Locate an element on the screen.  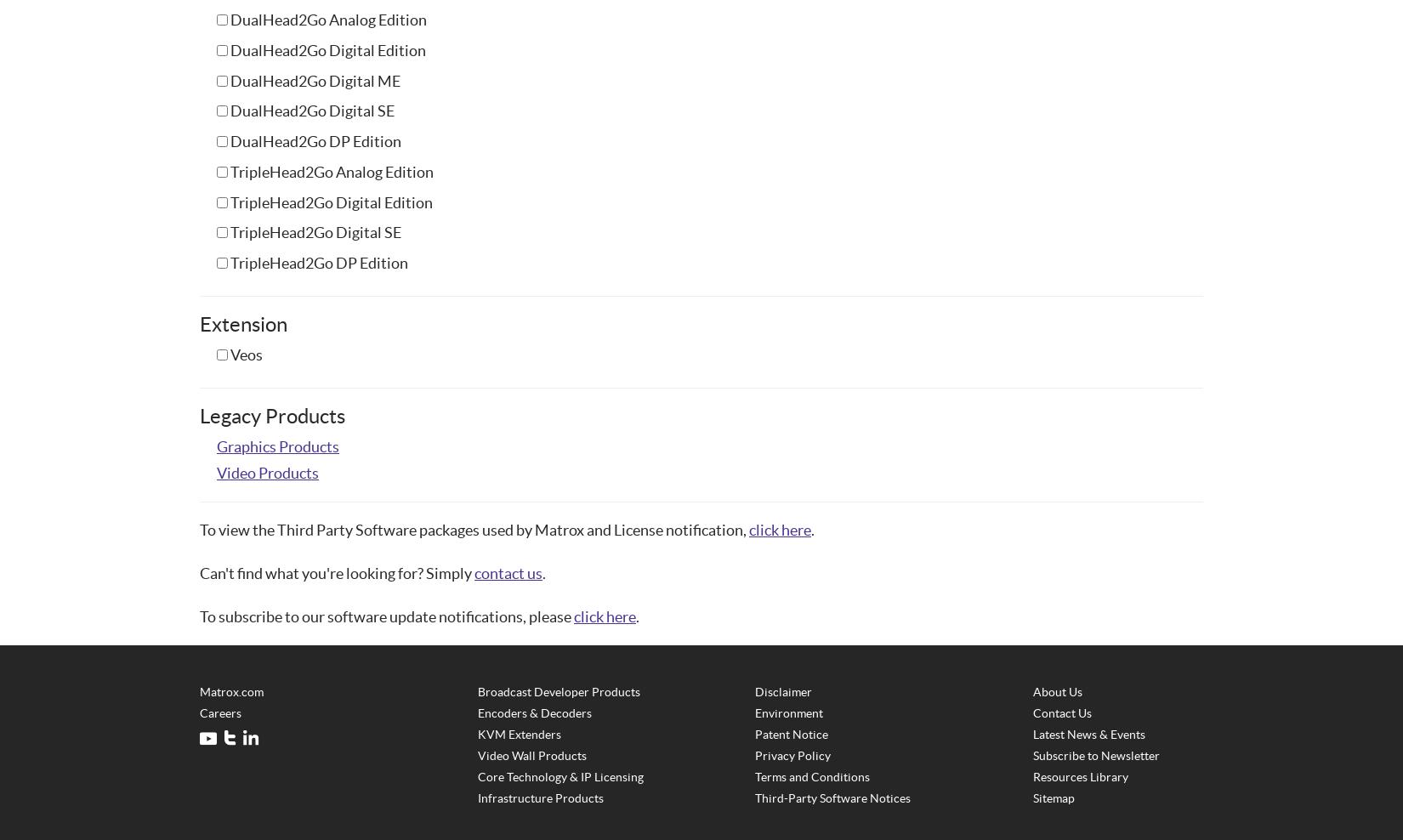
'DualHead2Go Analog Edition' is located at coordinates (327, 19).